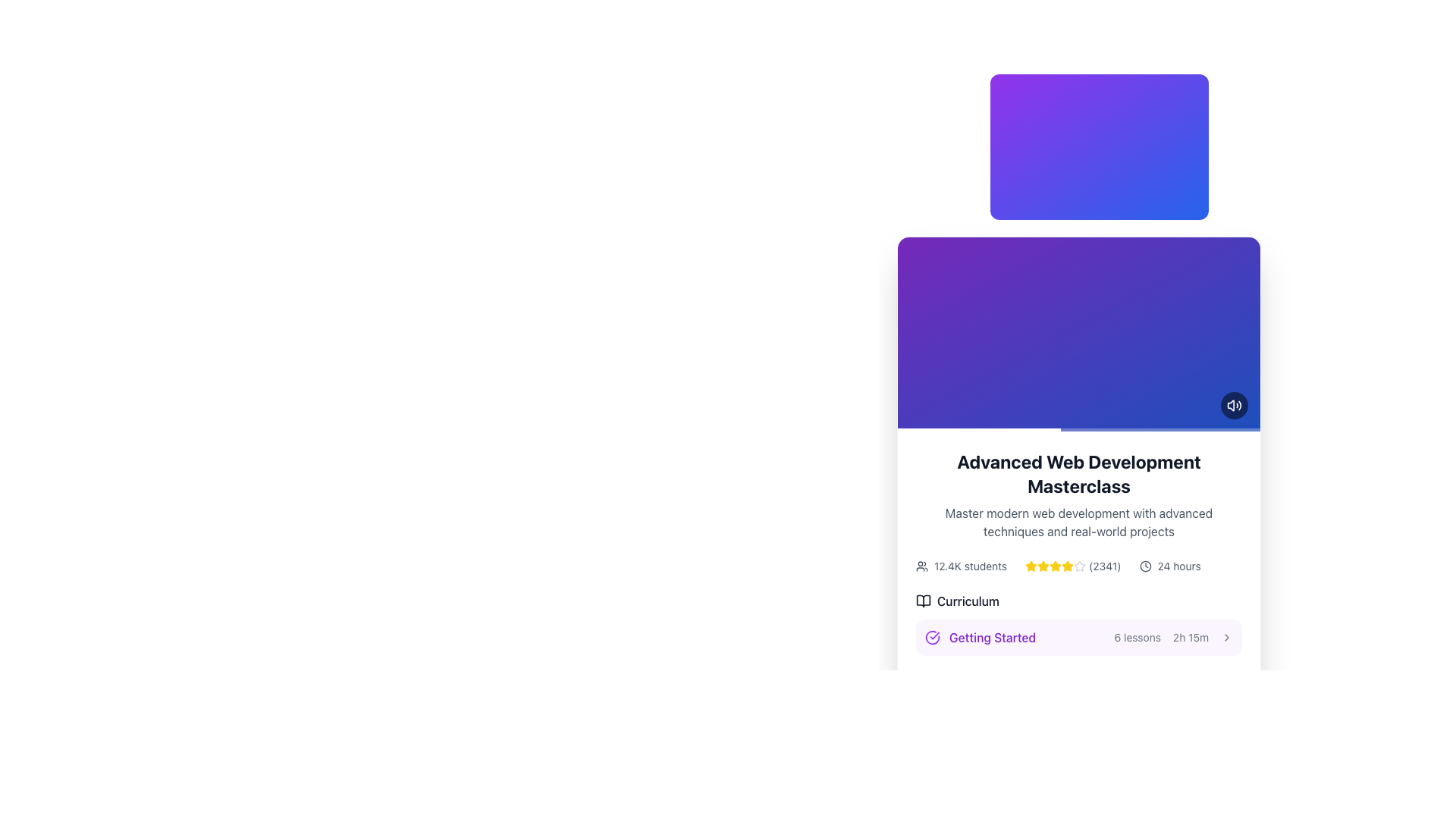 The height and width of the screenshot is (819, 1456). I want to click on the navigational chevron icon located at the far-right end of the line displaying '6 lessons 2h 15m', so click(1226, 637).